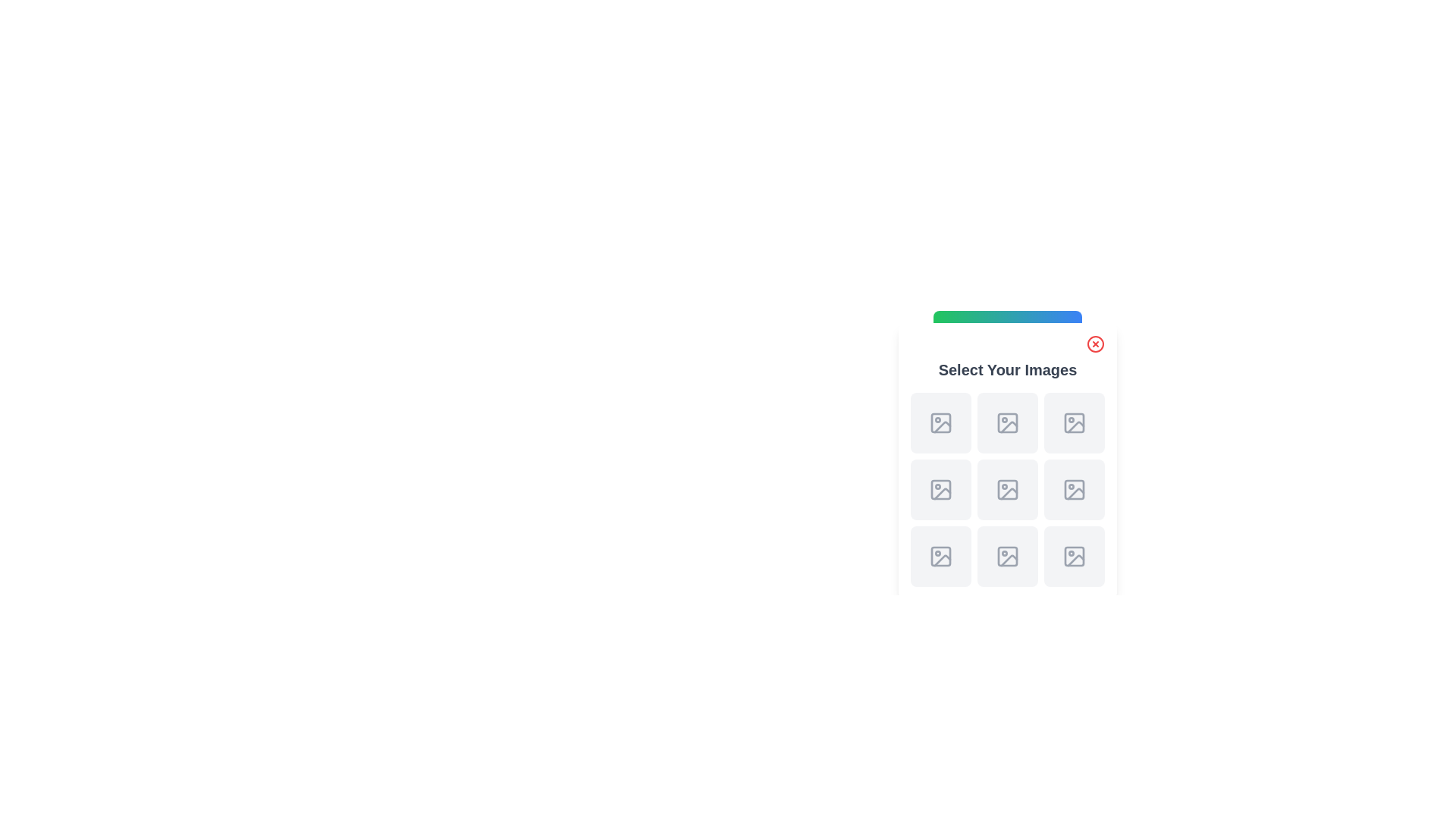 This screenshot has width=1456, height=819. What do you see at coordinates (940, 489) in the screenshot?
I see `the square icon button located` at bounding box center [940, 489].